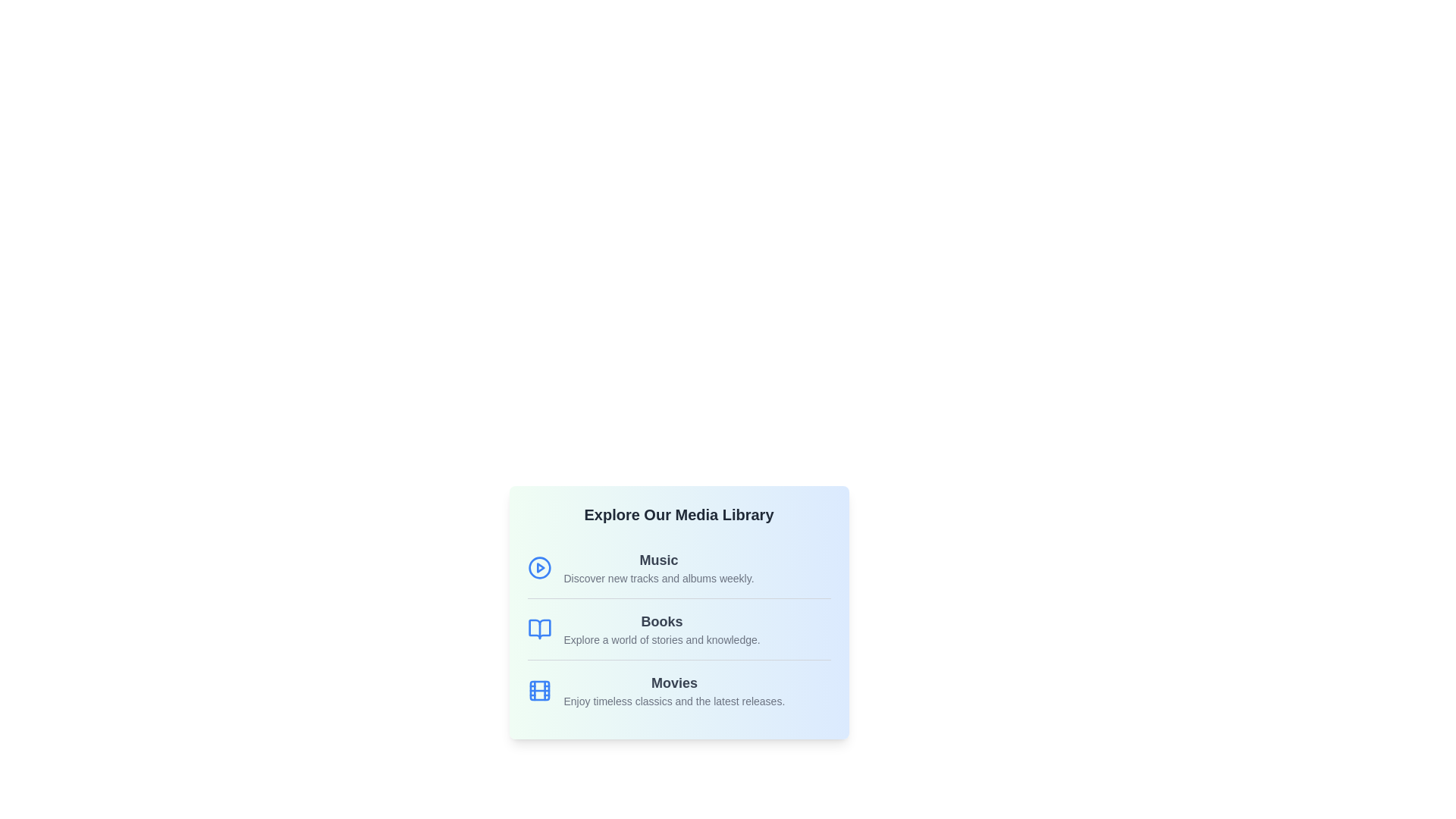 The width and height of the screenshot is (1456, 819). What do you see at coordinates (678, 629) in the screenshot?
I see `the 'Books' category in the Media Library` at bounding box center [678, 629].